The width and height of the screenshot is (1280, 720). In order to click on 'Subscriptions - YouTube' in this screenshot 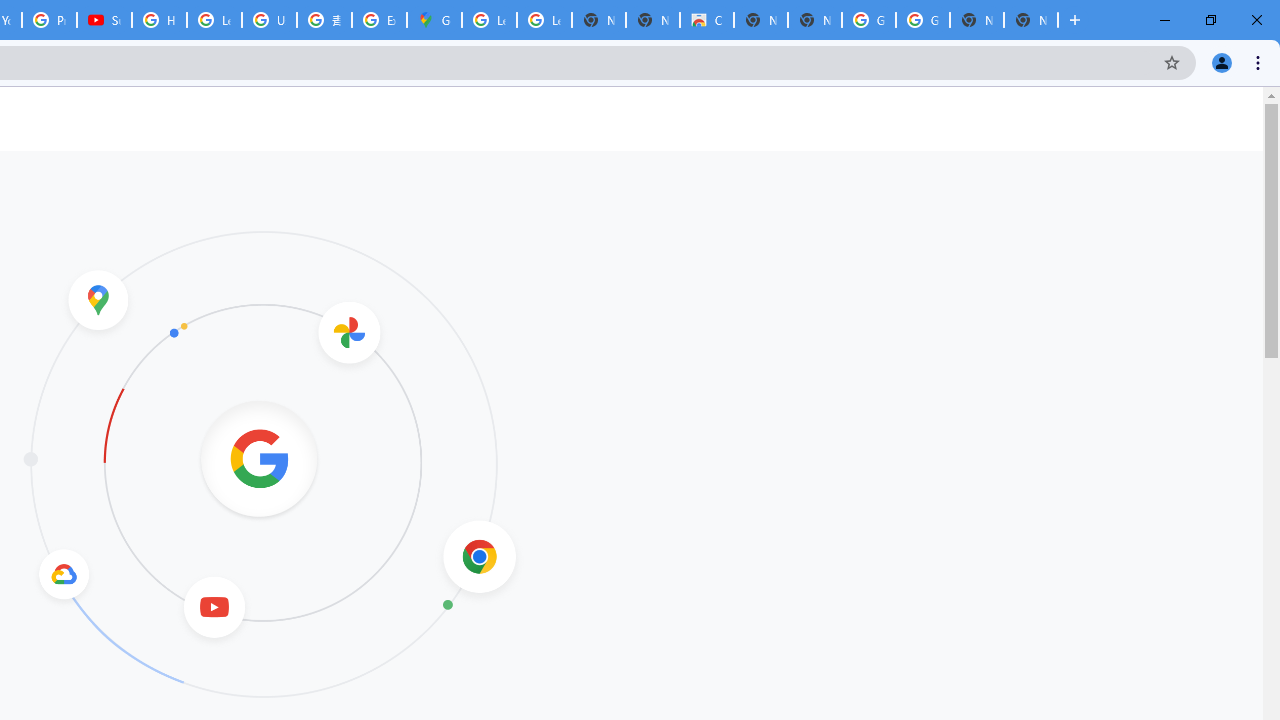, I will do `click(103, 20)`.